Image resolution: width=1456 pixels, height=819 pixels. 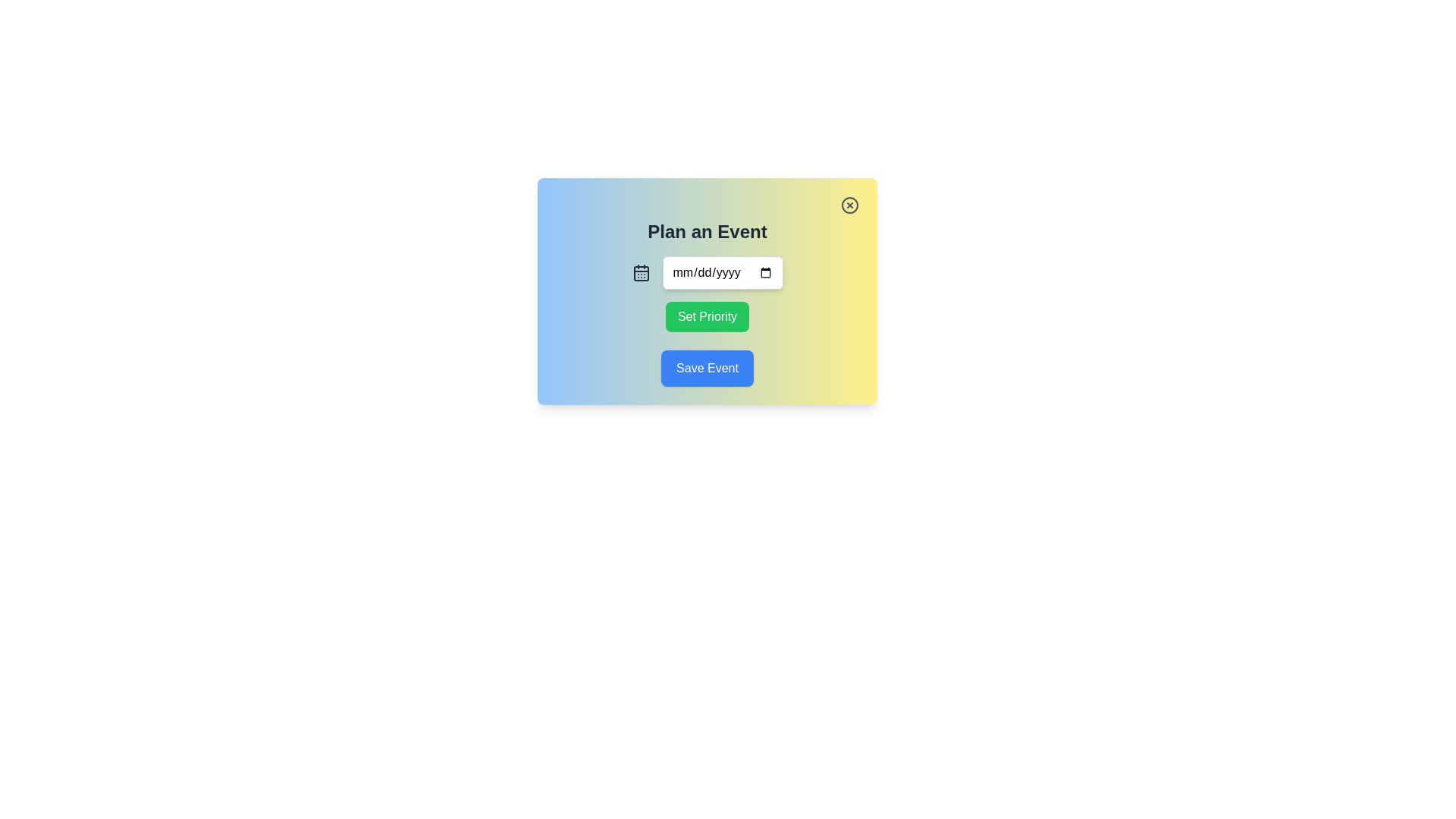 What do you see at coordinates (706, 369) in the screenshot?
I see `the 'Save Event' button, which has a blue background and white text, located at the bottom of the 'Plan an Event' modal, below the 'Set Priority' button` at bounding box center [706, 369].